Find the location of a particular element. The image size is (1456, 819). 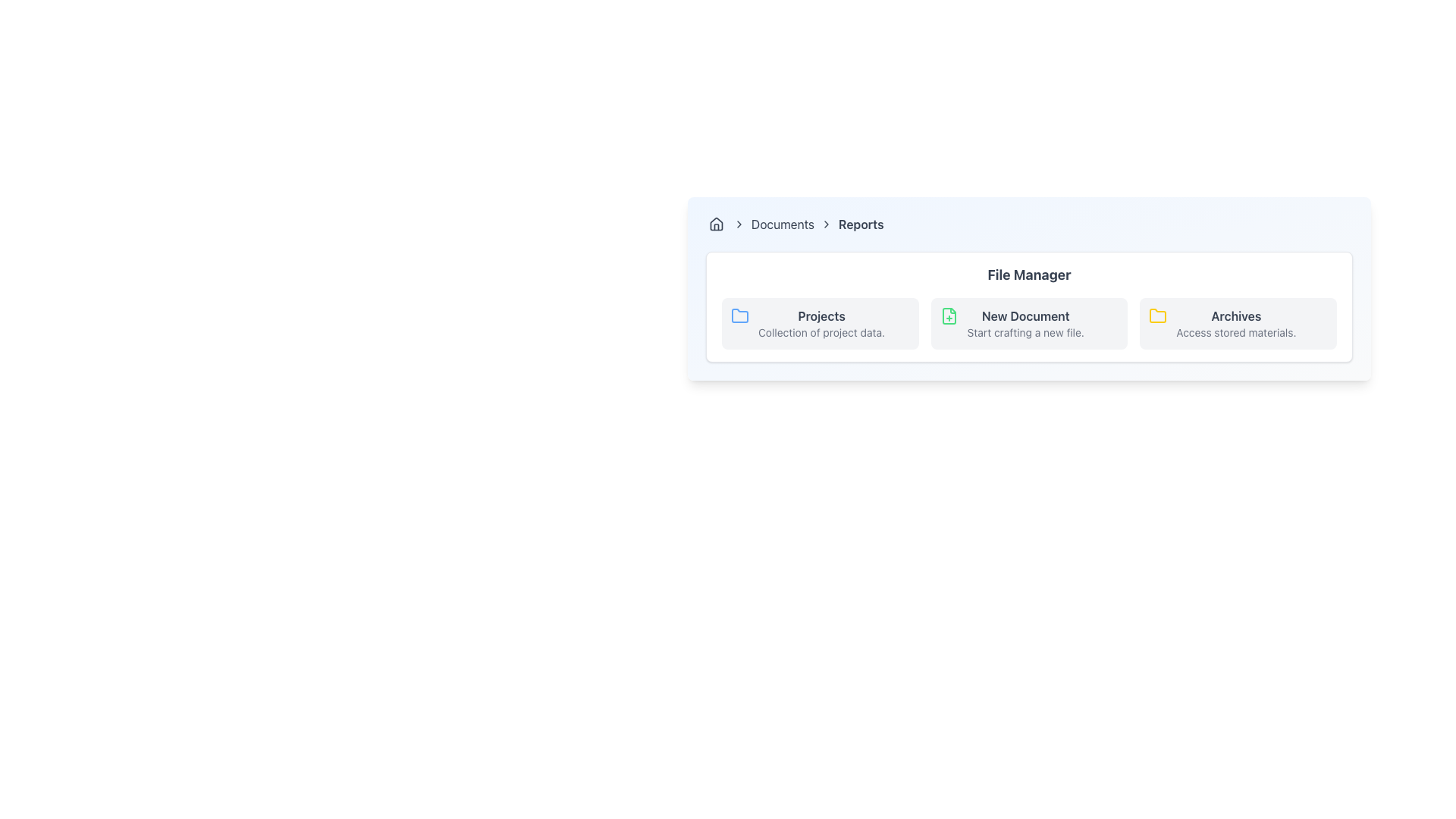

the descriptive text label that provides additional information about the 'New Document' action, located in the central section of the File Manager interface is located at coordinates (1025, 332).